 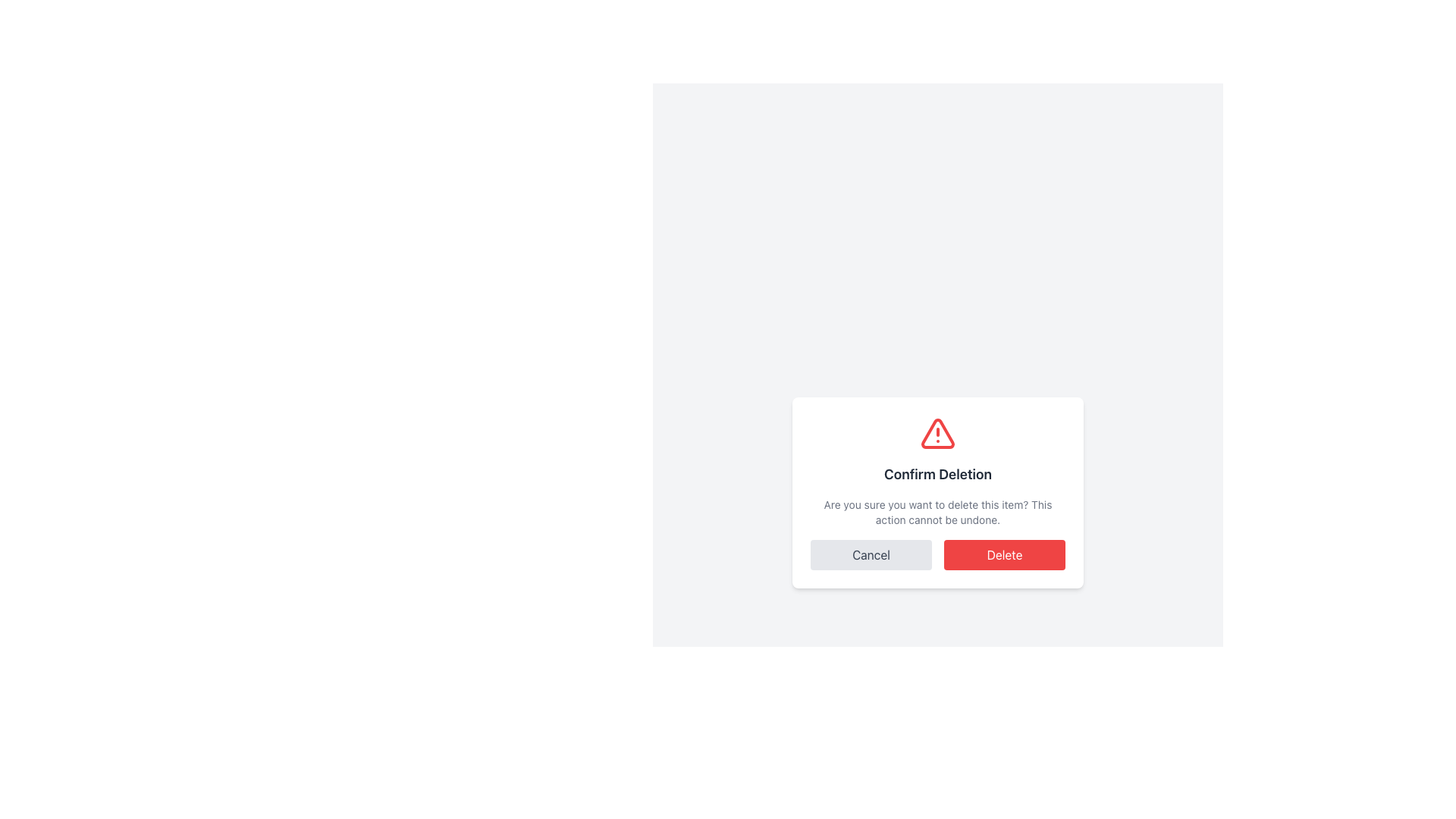 What do you see at coordinates (937, 433) in the screenshot?
I see `the graphical warning icon located at the top of the white rectangular modal dialog, which is centered horizontally above the 'Confirm Deletion' text` at bounding box center [937, 433].